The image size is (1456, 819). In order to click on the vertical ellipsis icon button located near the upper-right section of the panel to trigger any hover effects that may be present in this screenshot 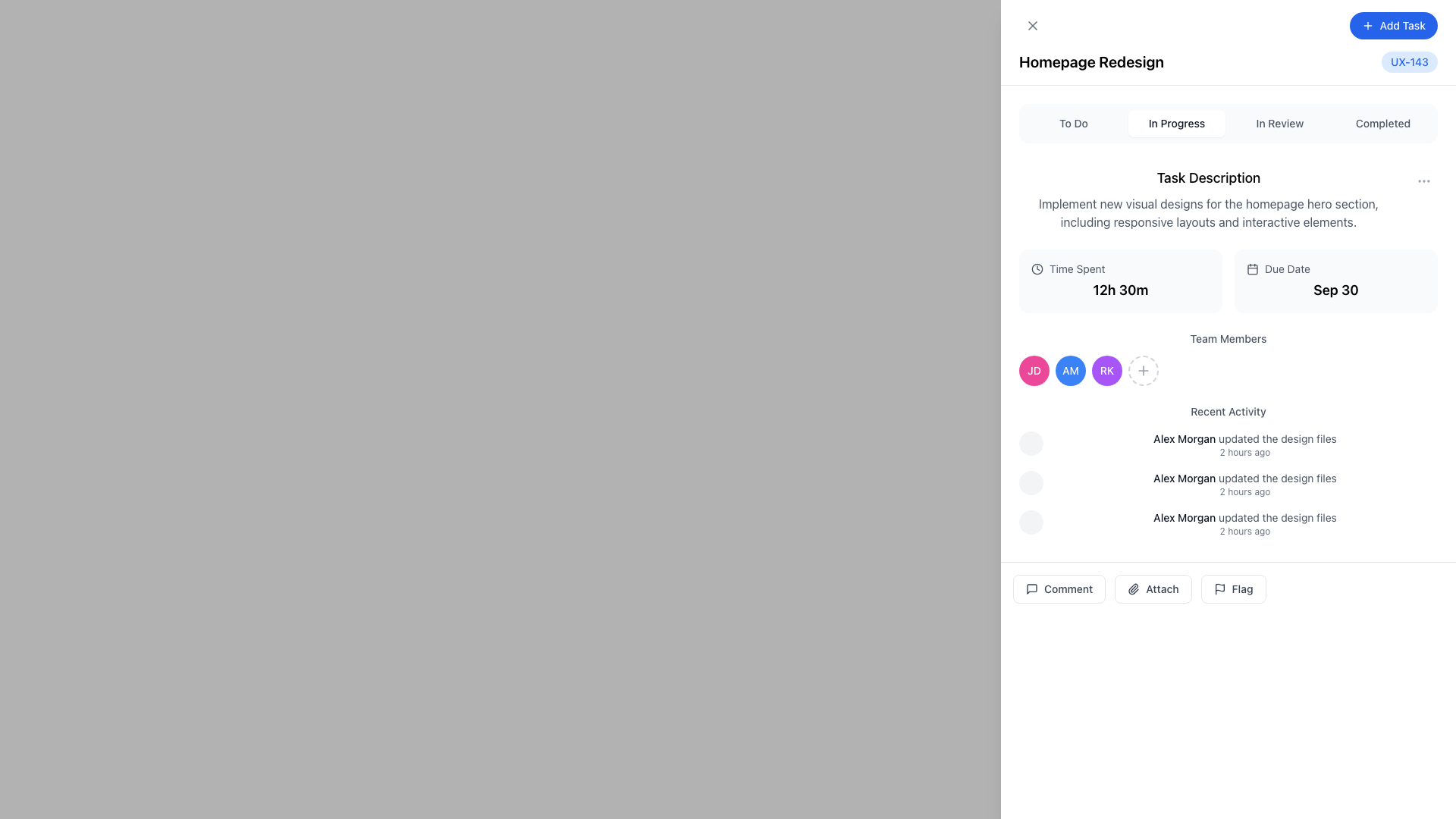, I will do `click(1423, 180)`.